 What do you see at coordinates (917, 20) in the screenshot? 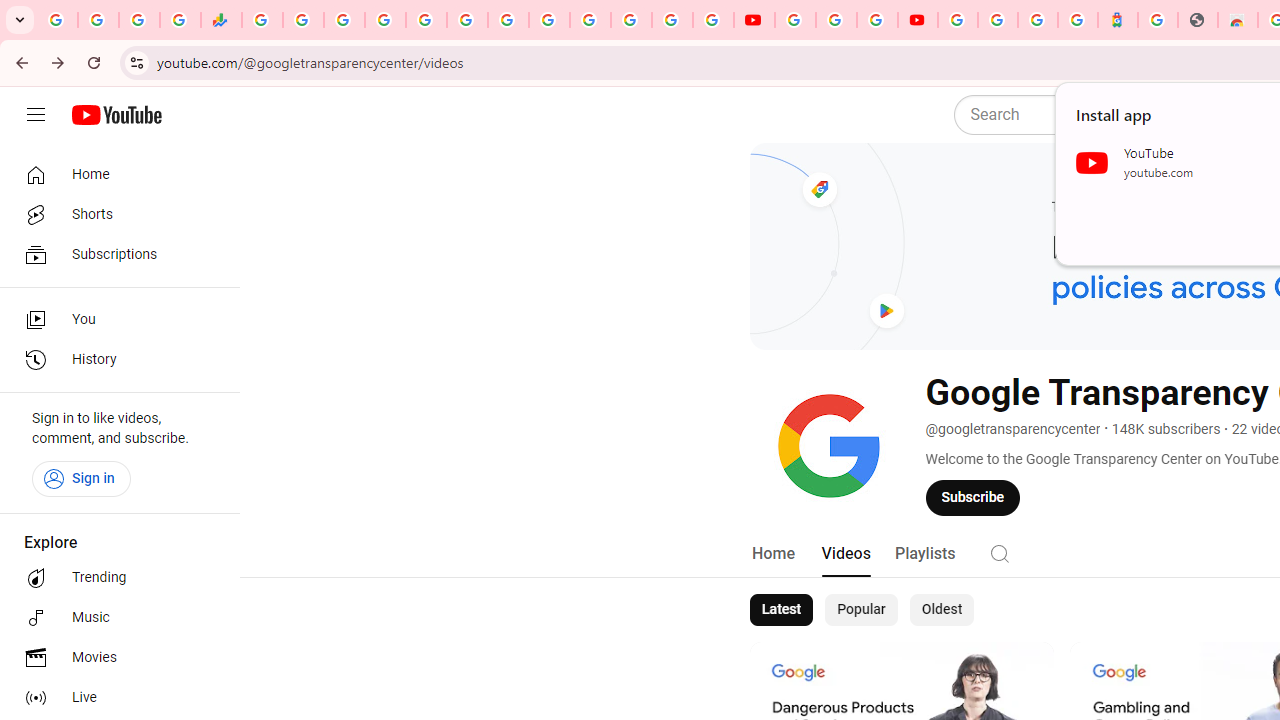
I see `'Content Creator Programs & Opportunities - YouTube Creators'` at bounding box center [917, 20].